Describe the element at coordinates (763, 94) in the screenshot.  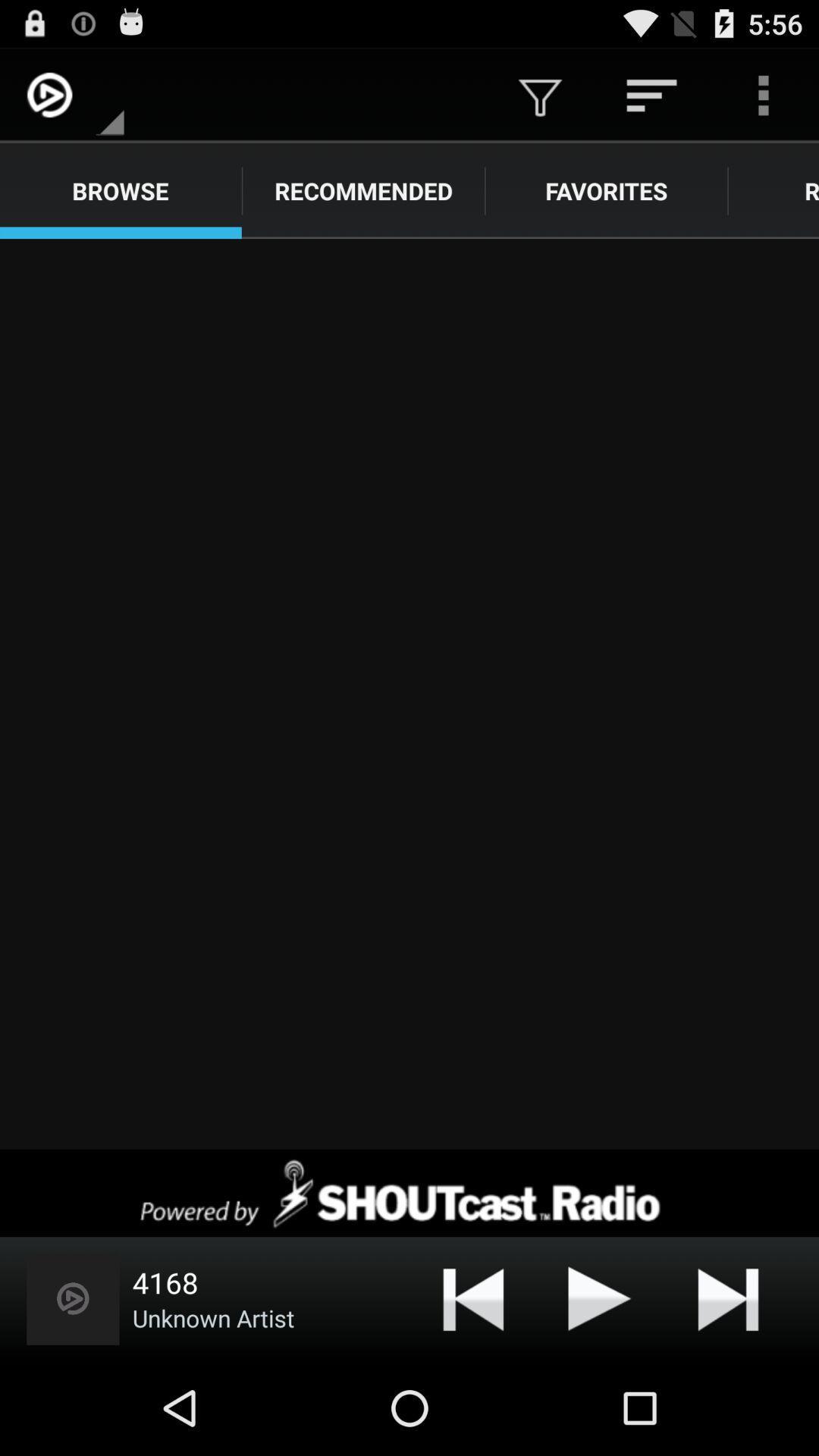
I see `app above recent icon` at that location.